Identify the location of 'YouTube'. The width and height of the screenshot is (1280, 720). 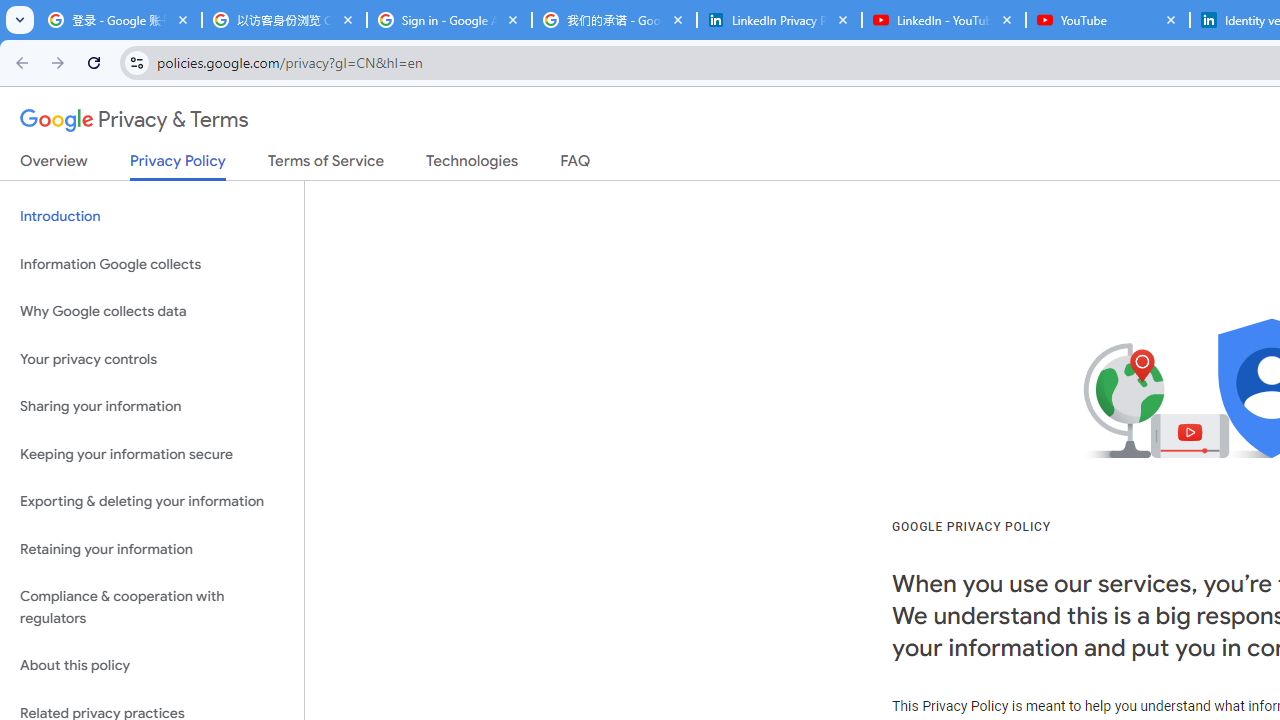
(1107, 20).